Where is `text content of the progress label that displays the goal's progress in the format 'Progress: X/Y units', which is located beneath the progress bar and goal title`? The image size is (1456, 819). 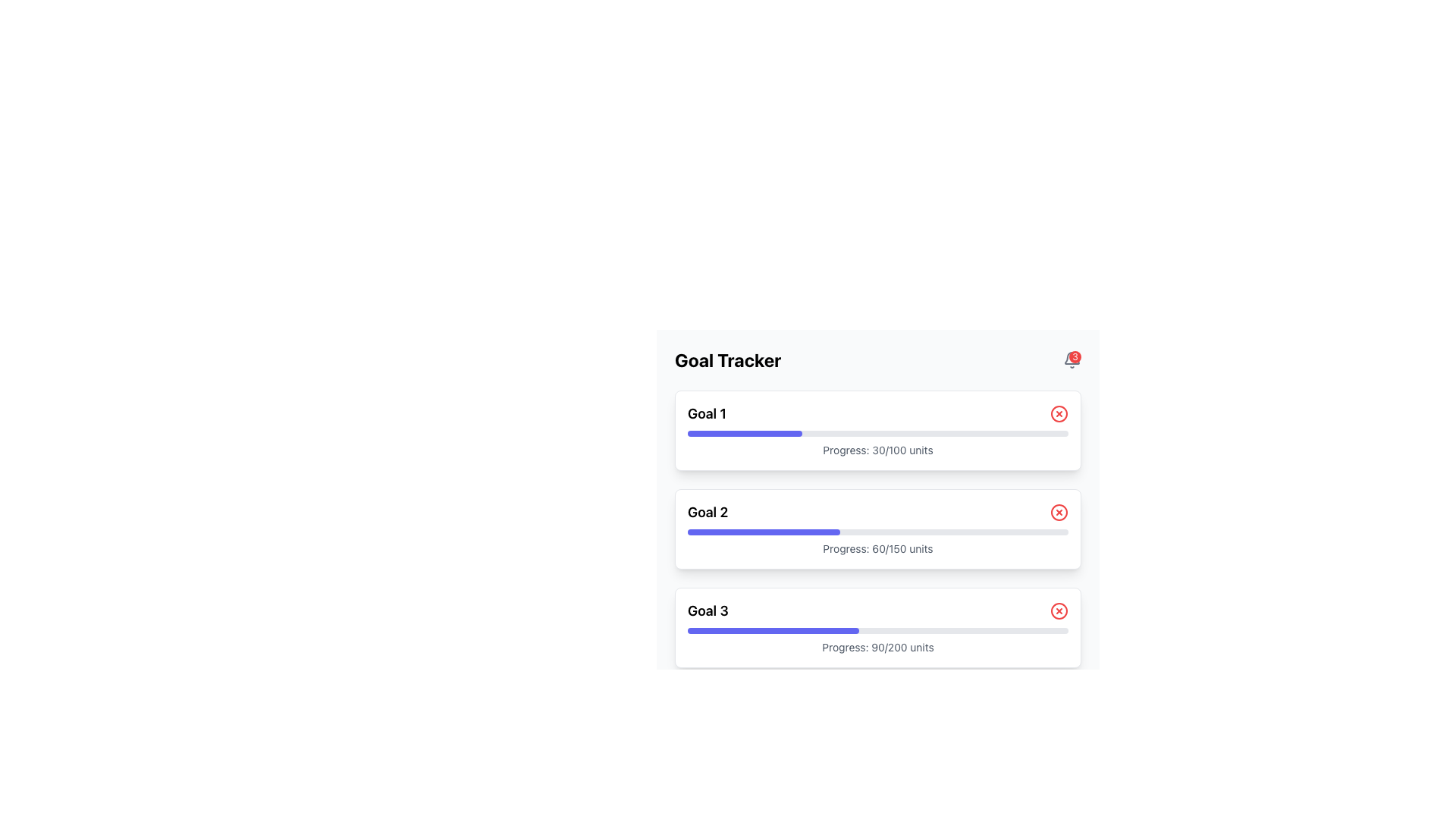 text content of the progress label that displays the goal's progress in the format 'Progress: X/Y units', which is located beneath the progress bar and goal title is located at coordinates (877, 647).